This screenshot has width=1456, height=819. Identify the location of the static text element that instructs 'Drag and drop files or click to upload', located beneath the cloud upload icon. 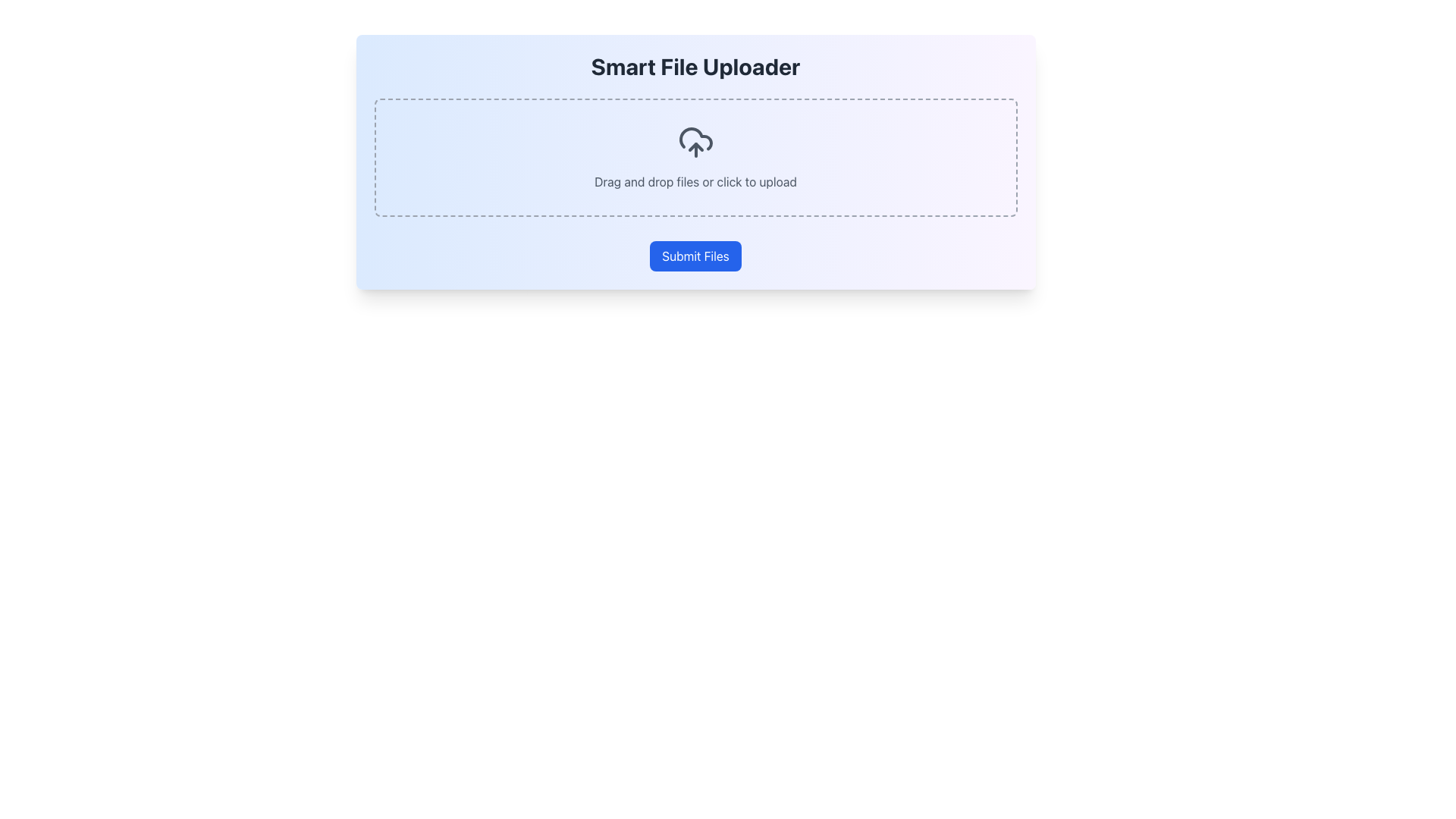
(695, 180).